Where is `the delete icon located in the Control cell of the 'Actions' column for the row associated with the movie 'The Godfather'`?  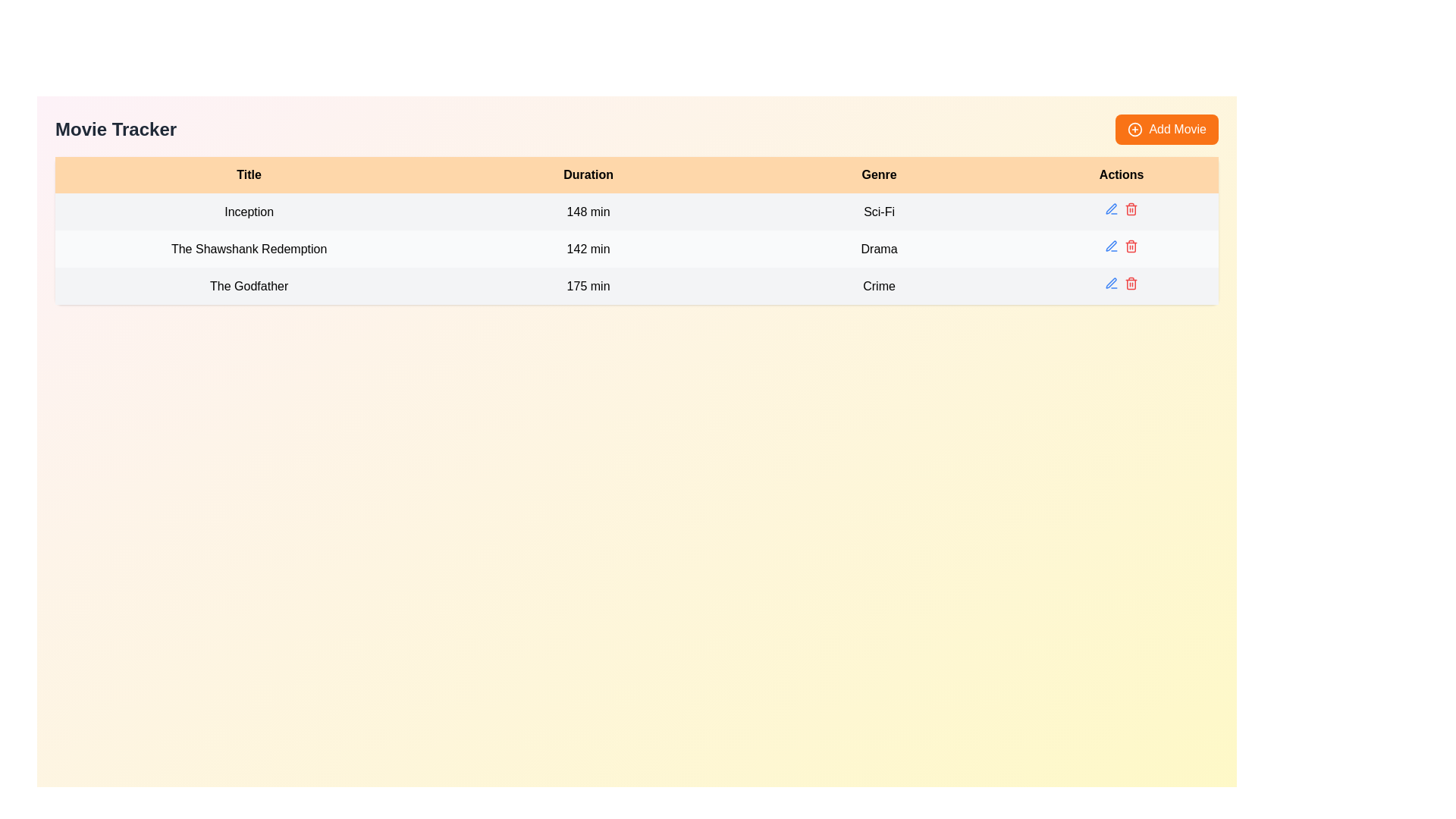 the delete icon located in the Control cell of the 'Actions' column for the row associated with the movie 'The Godfather' is located at coordinates (1121, 286).